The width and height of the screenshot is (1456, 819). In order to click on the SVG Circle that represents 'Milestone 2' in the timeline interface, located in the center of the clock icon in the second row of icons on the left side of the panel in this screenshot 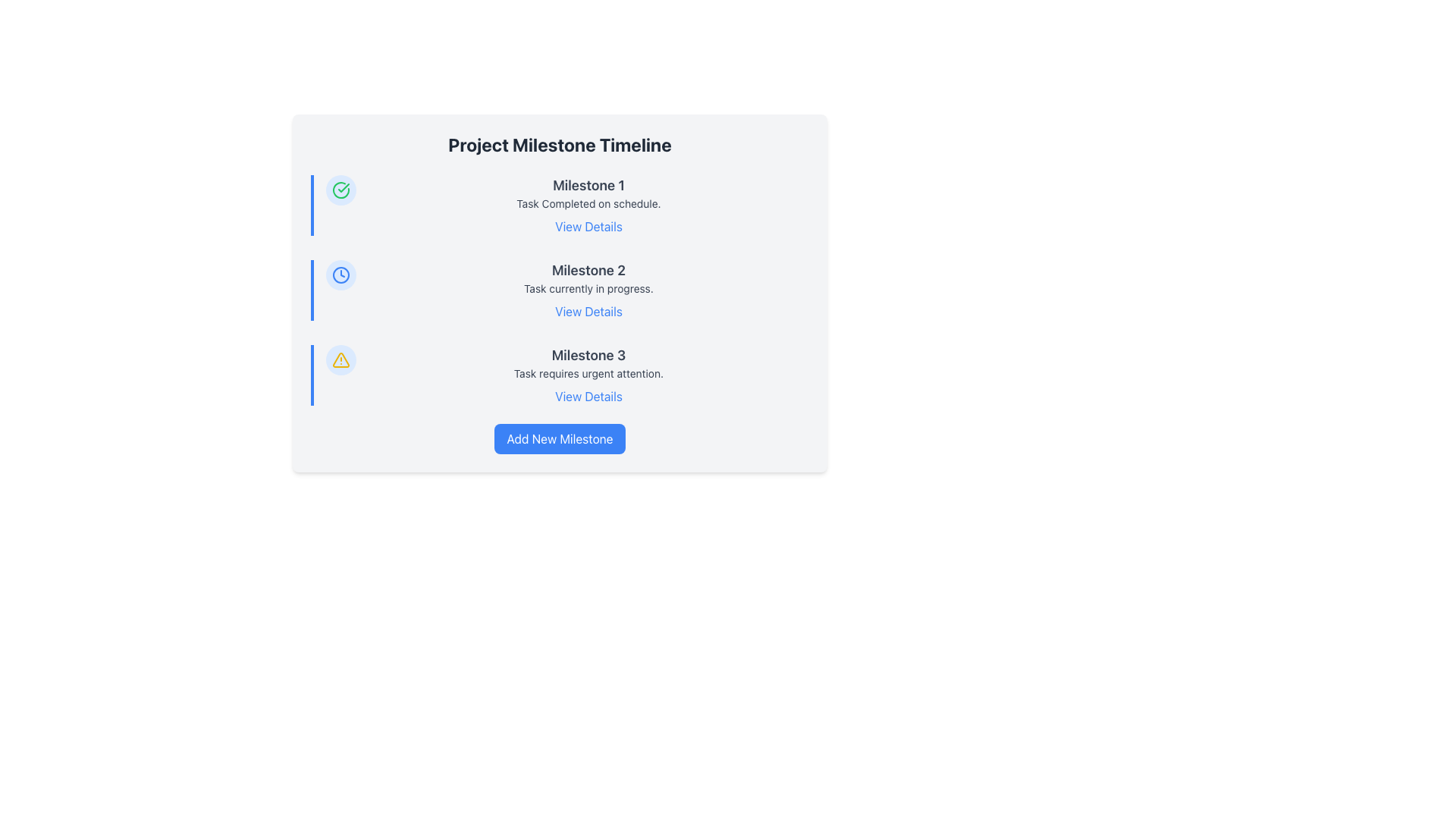, I will do `click(340, 275)`.